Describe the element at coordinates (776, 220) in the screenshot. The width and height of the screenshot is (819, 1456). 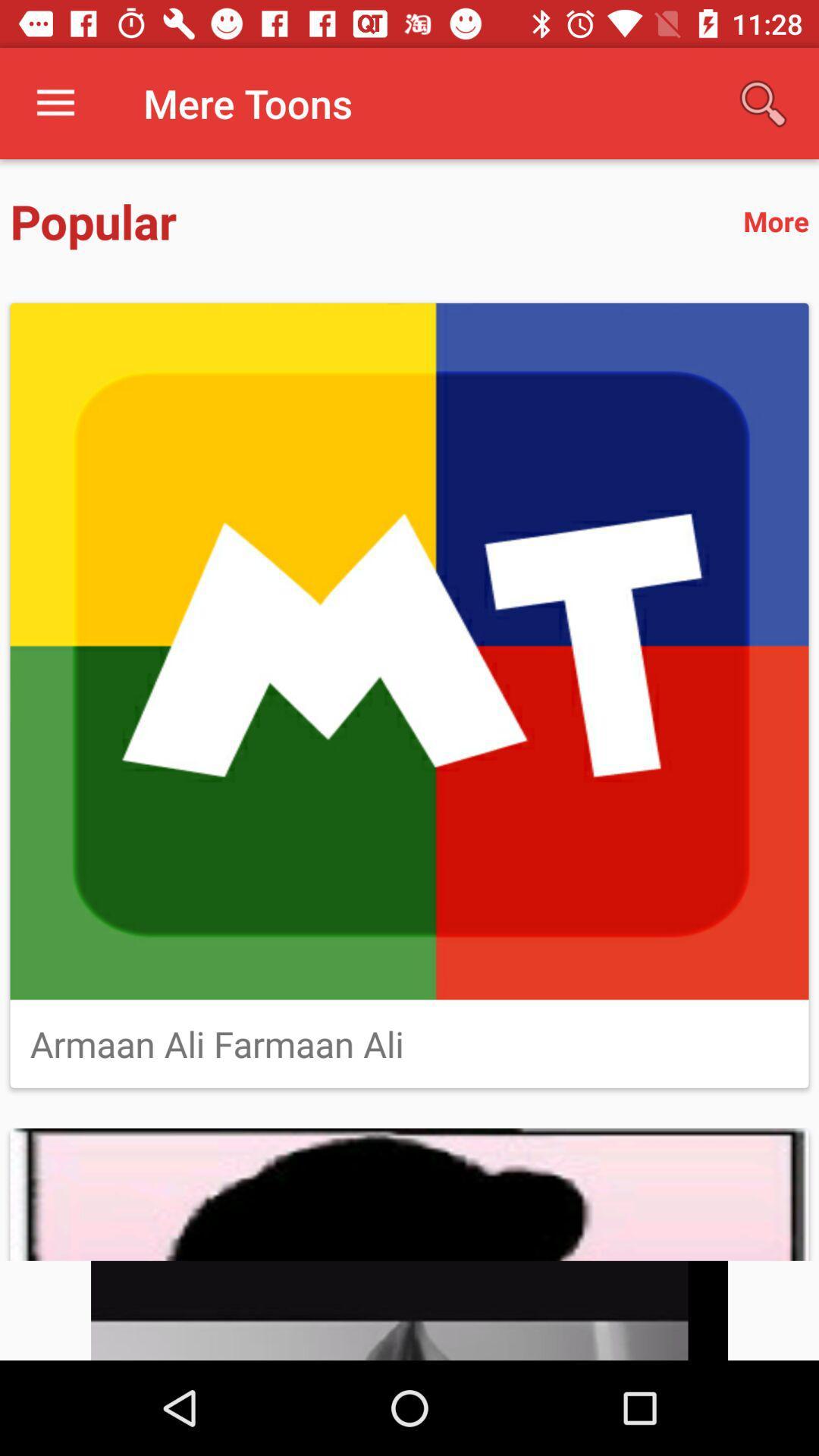
I see `the item to the right of popular` at that location.